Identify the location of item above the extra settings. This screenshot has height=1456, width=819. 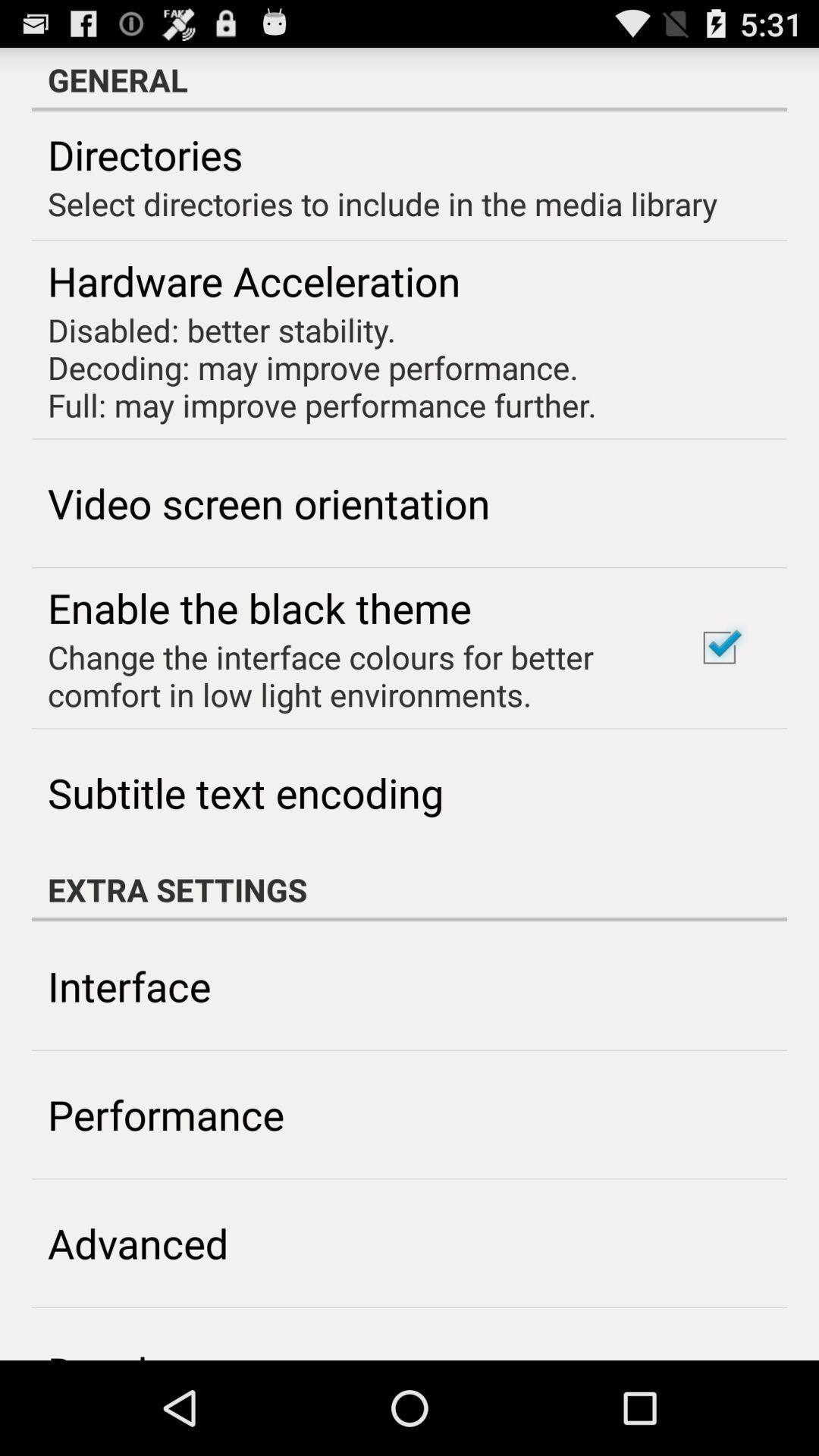
(245, 792).